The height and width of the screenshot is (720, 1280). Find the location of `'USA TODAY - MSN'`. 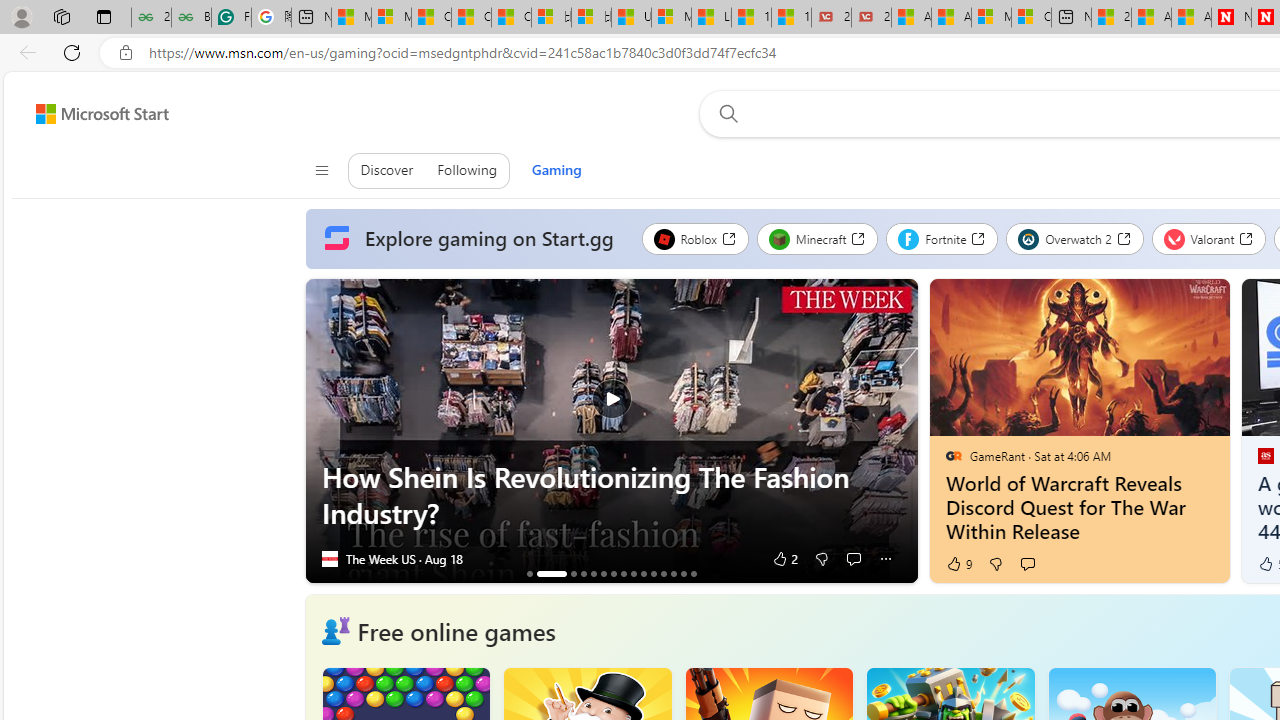

'USA TODAY - MSN' is located at coordinates (630, 17).